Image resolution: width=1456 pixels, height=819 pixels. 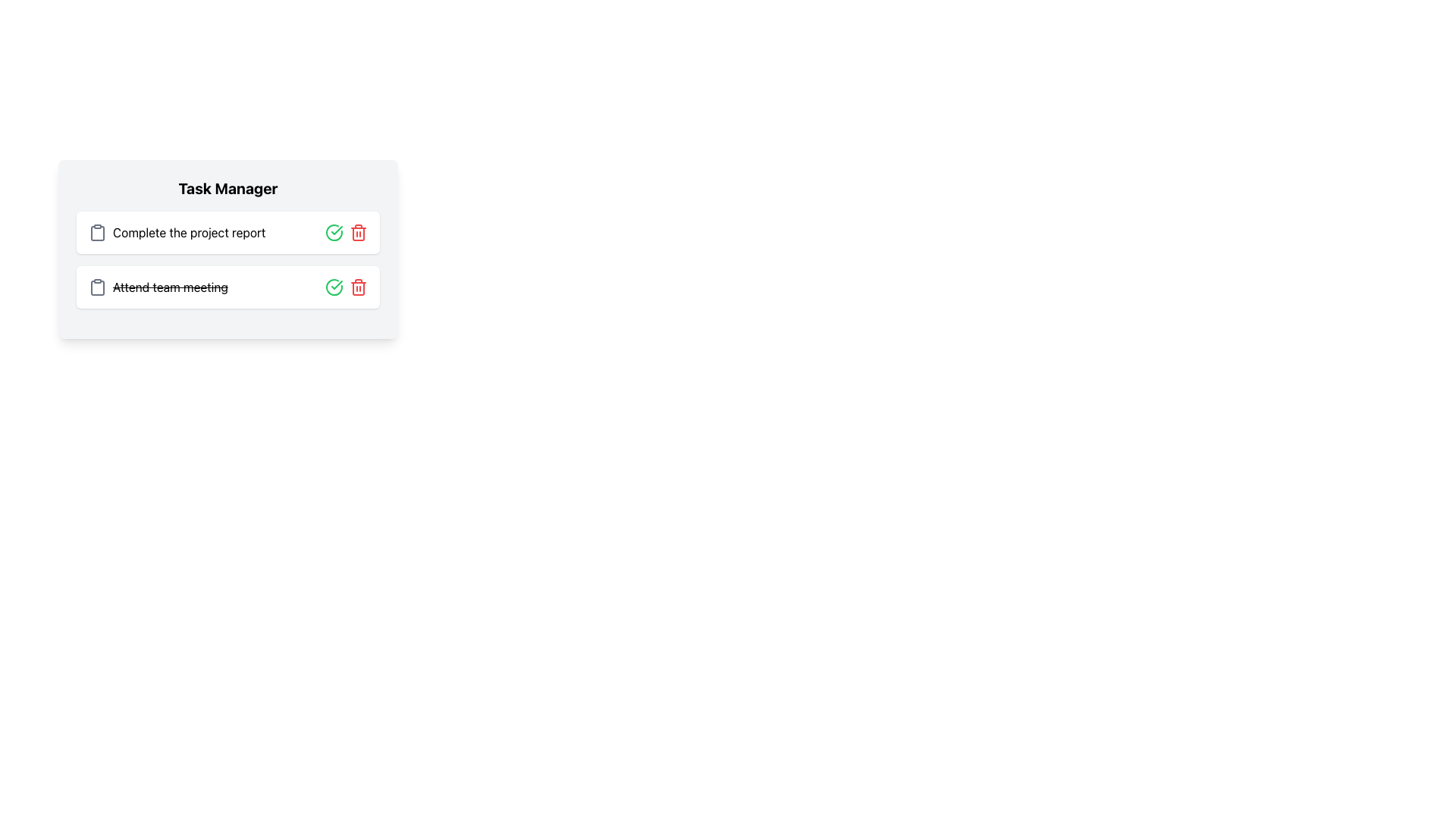 What do you see at coordinates (170, 287) in the screenshot?
I see `the text label reading 'Attend team meeting' which is styled with a line-through effect, indicating it is marked as completed within the task management interface` at bounding box center [170, 287].